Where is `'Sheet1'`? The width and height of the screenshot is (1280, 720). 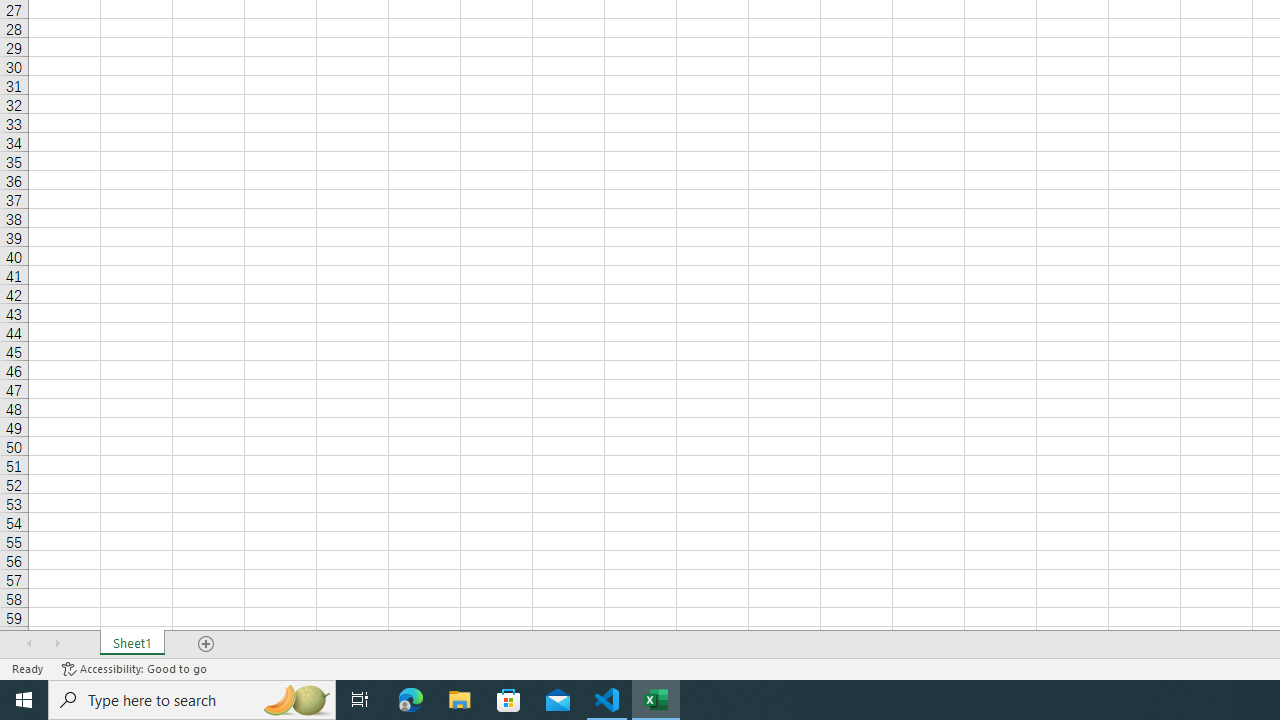
'Sheet1' is located at coordinates (131, 644).